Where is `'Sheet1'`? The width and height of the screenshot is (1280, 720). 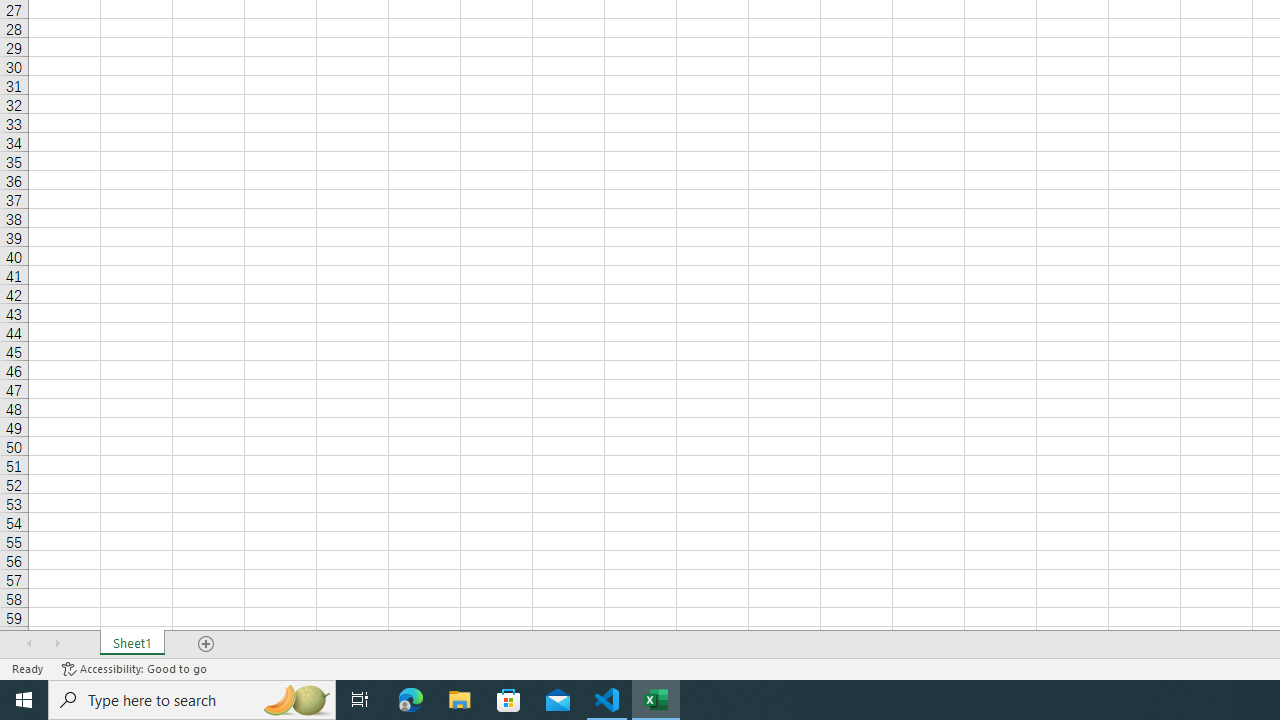
'Sheet1' is located at coordinates (131, 644).